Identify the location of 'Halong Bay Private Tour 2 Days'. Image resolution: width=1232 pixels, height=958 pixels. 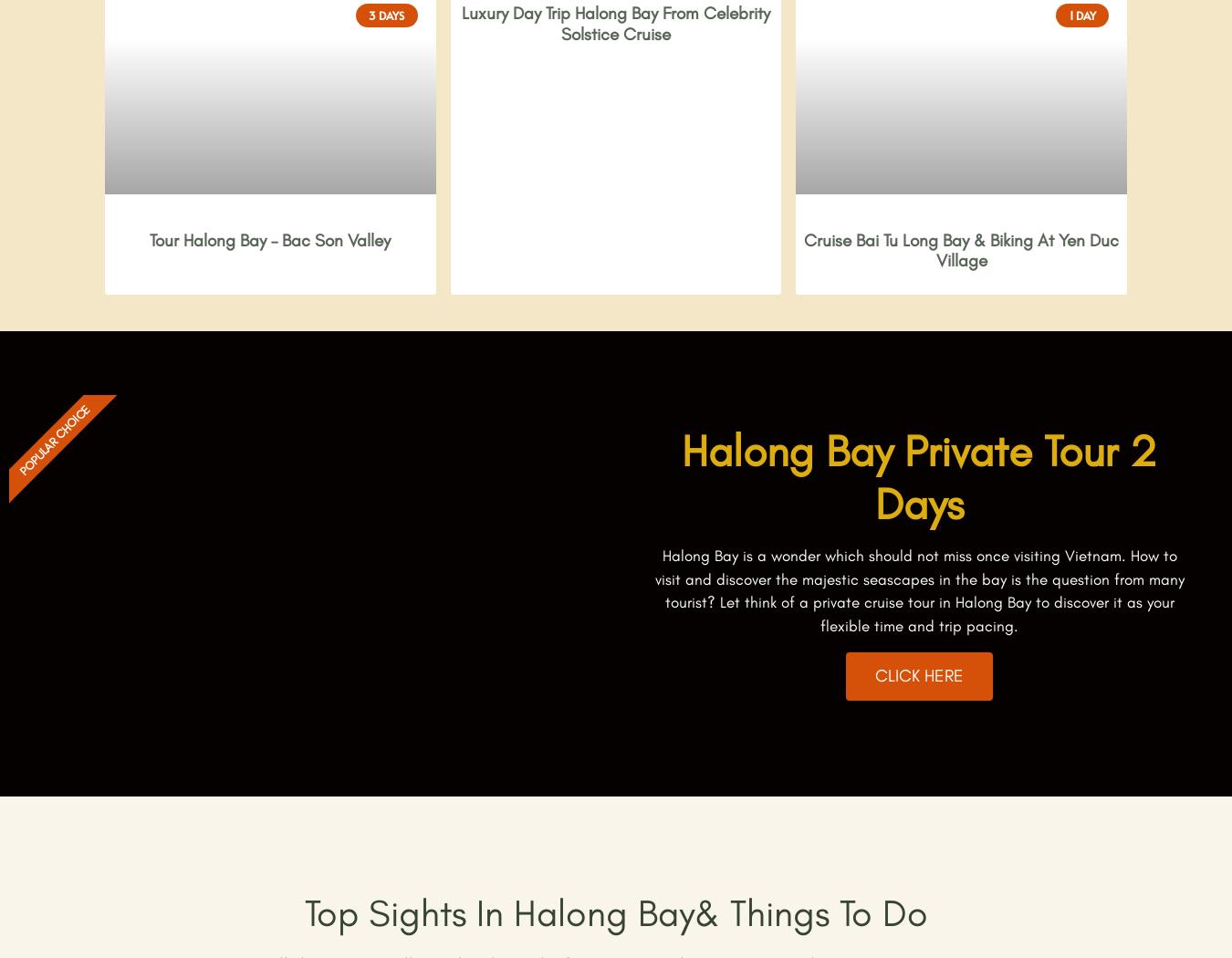
(918, 477).